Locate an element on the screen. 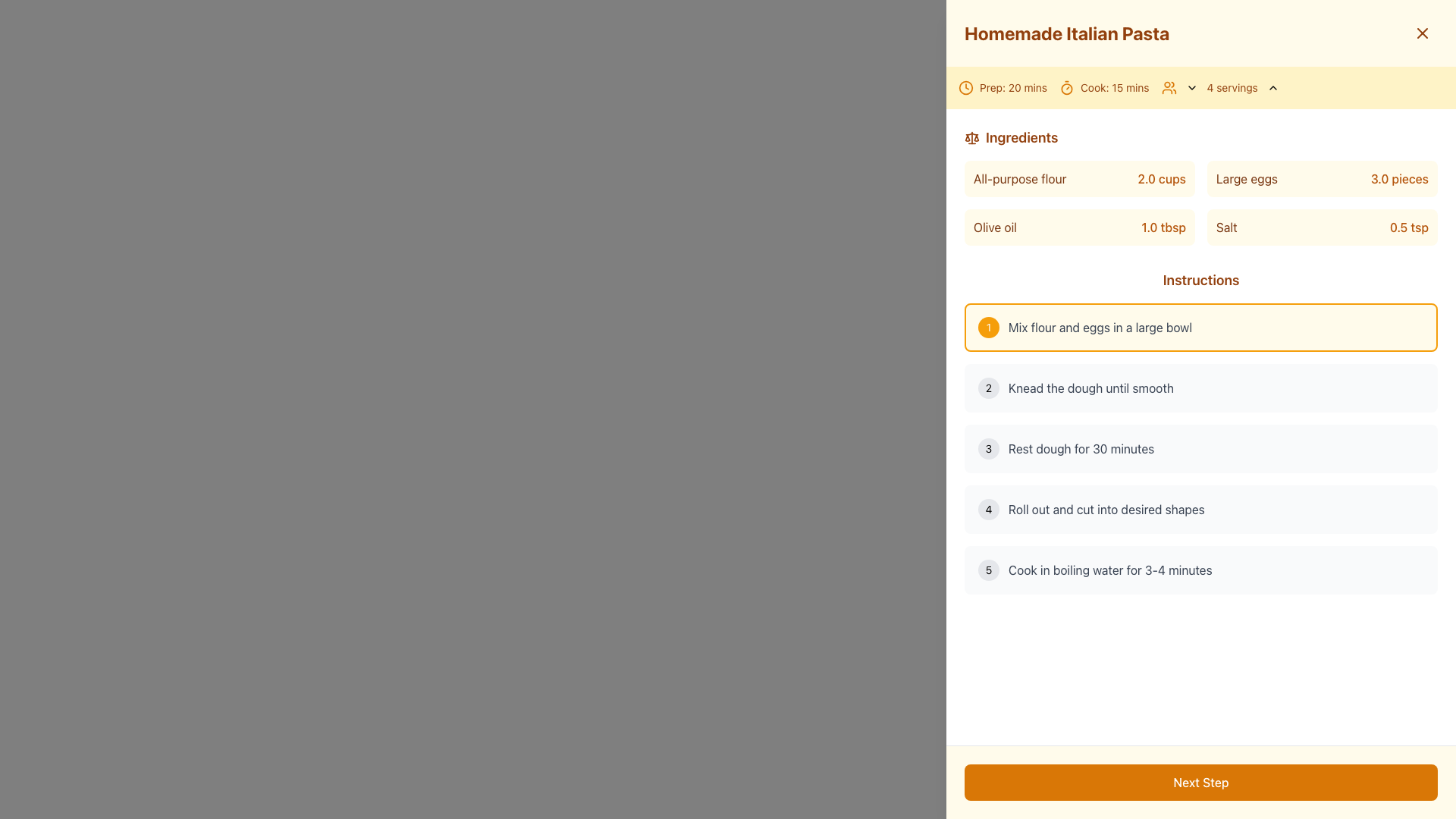 The height and width of the screenshot is (819, 1456). the scale icon located to the left of the 'Ingredients' text, which features a dark amber stroke-based outline and symmetrical components is located at coordinates (971, 137).